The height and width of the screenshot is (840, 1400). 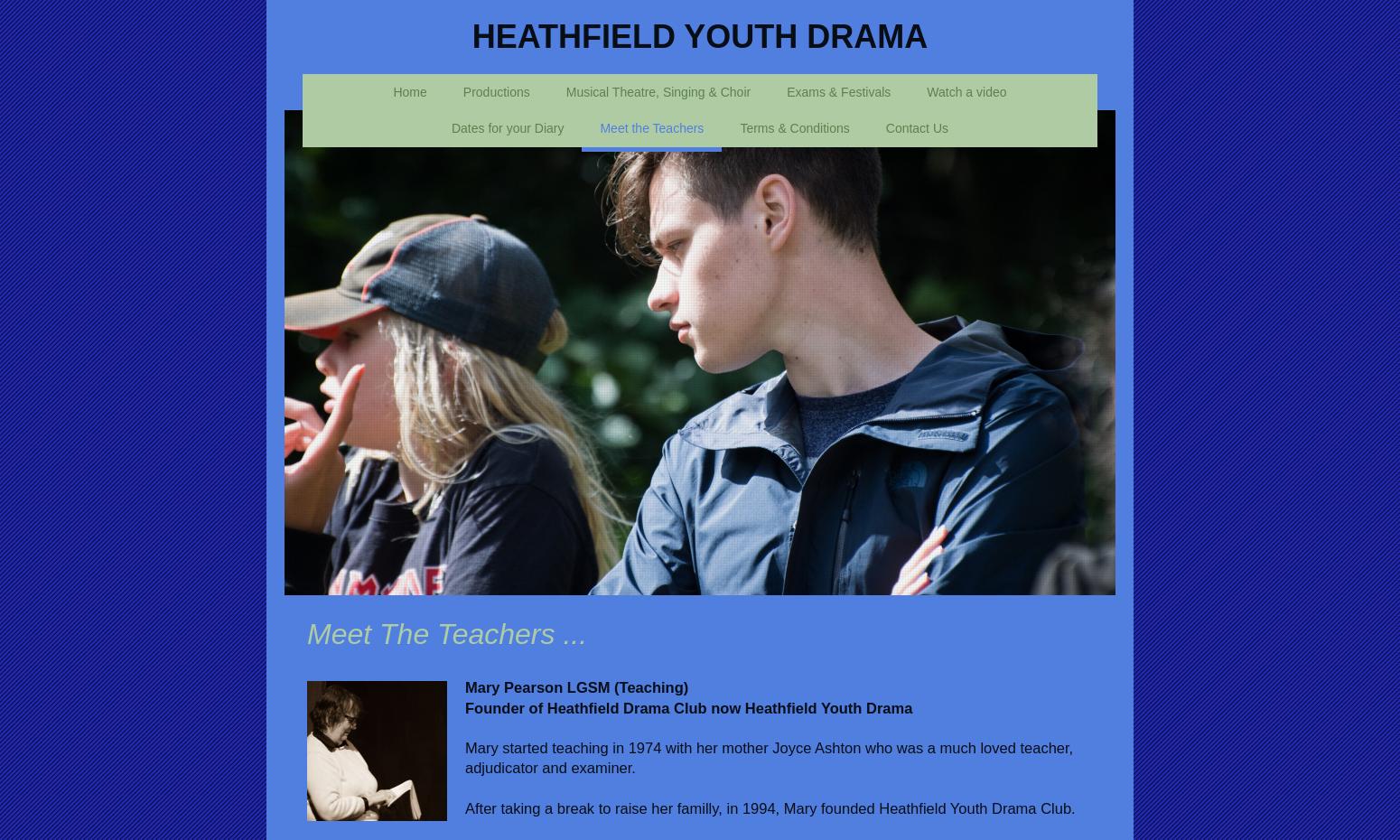 What do you see at coordinates (496, 90) in the screenshot?
I see `'Productions'` at bounding box center [496, 90].